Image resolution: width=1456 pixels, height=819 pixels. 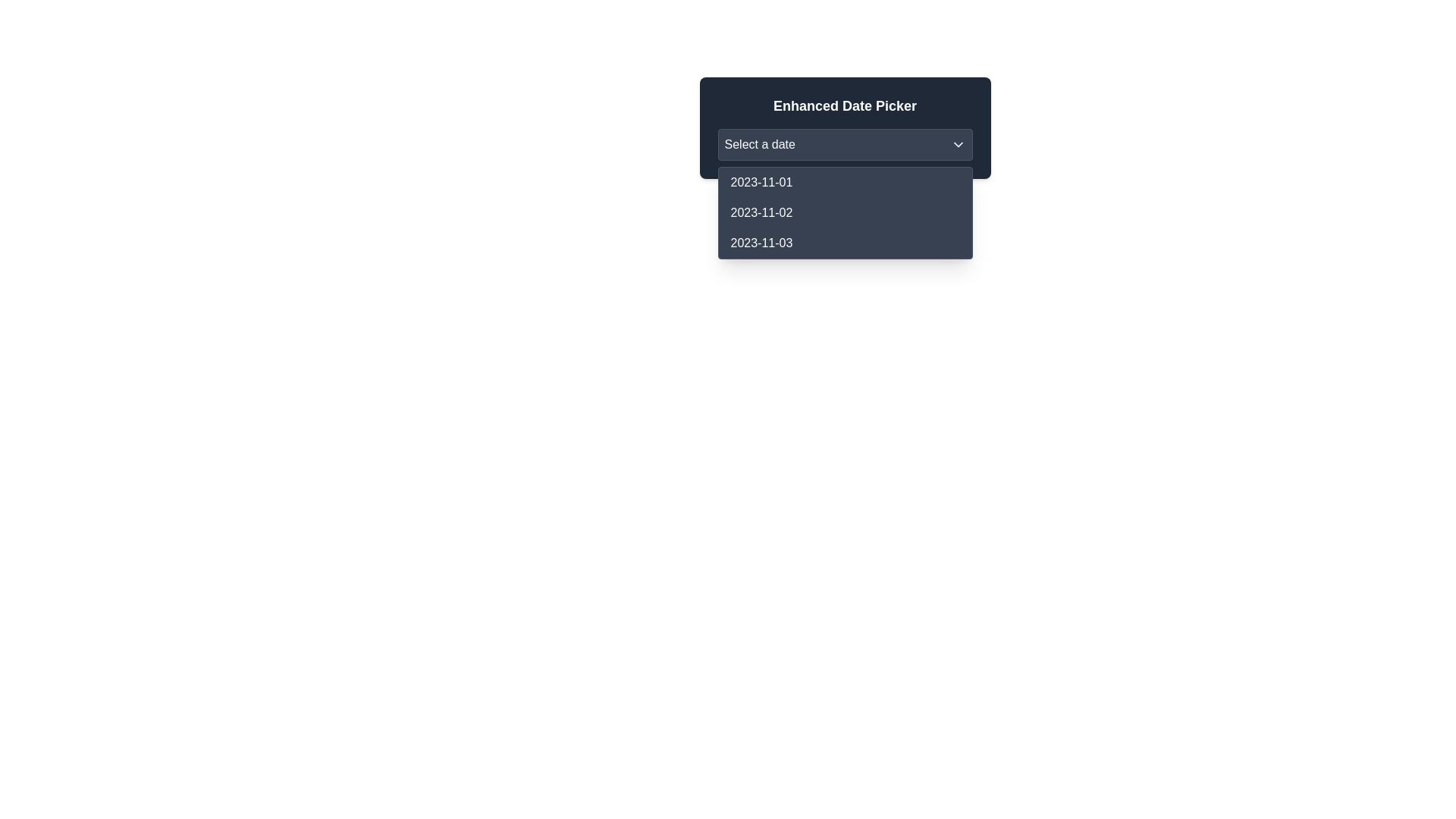 I want to click on the dropdown option labeled '2023-11-03', so click(x=844, y=242).